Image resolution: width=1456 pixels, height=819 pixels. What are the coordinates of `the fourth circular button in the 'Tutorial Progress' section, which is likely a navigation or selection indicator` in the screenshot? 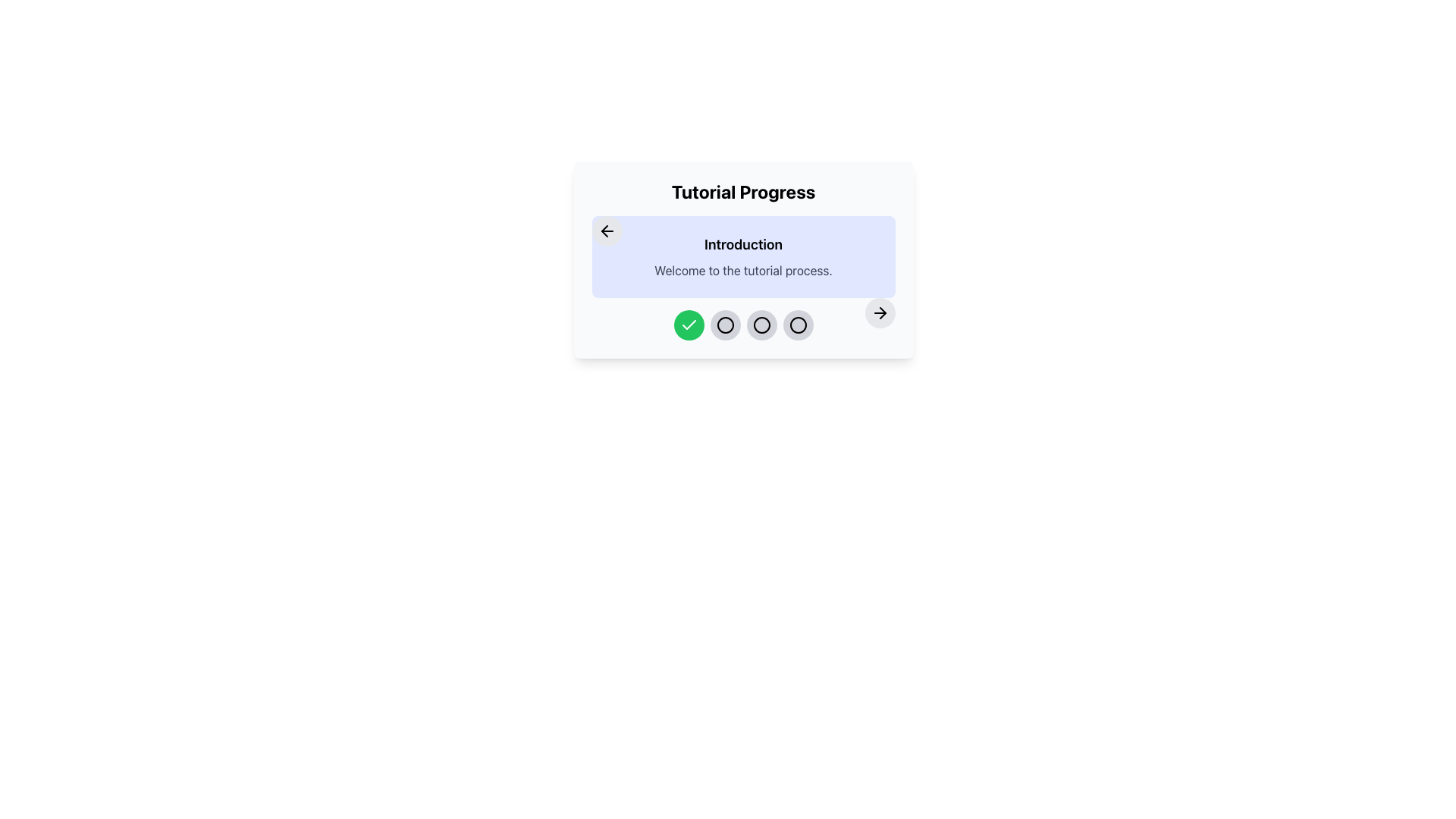 It's located at (797, 324).